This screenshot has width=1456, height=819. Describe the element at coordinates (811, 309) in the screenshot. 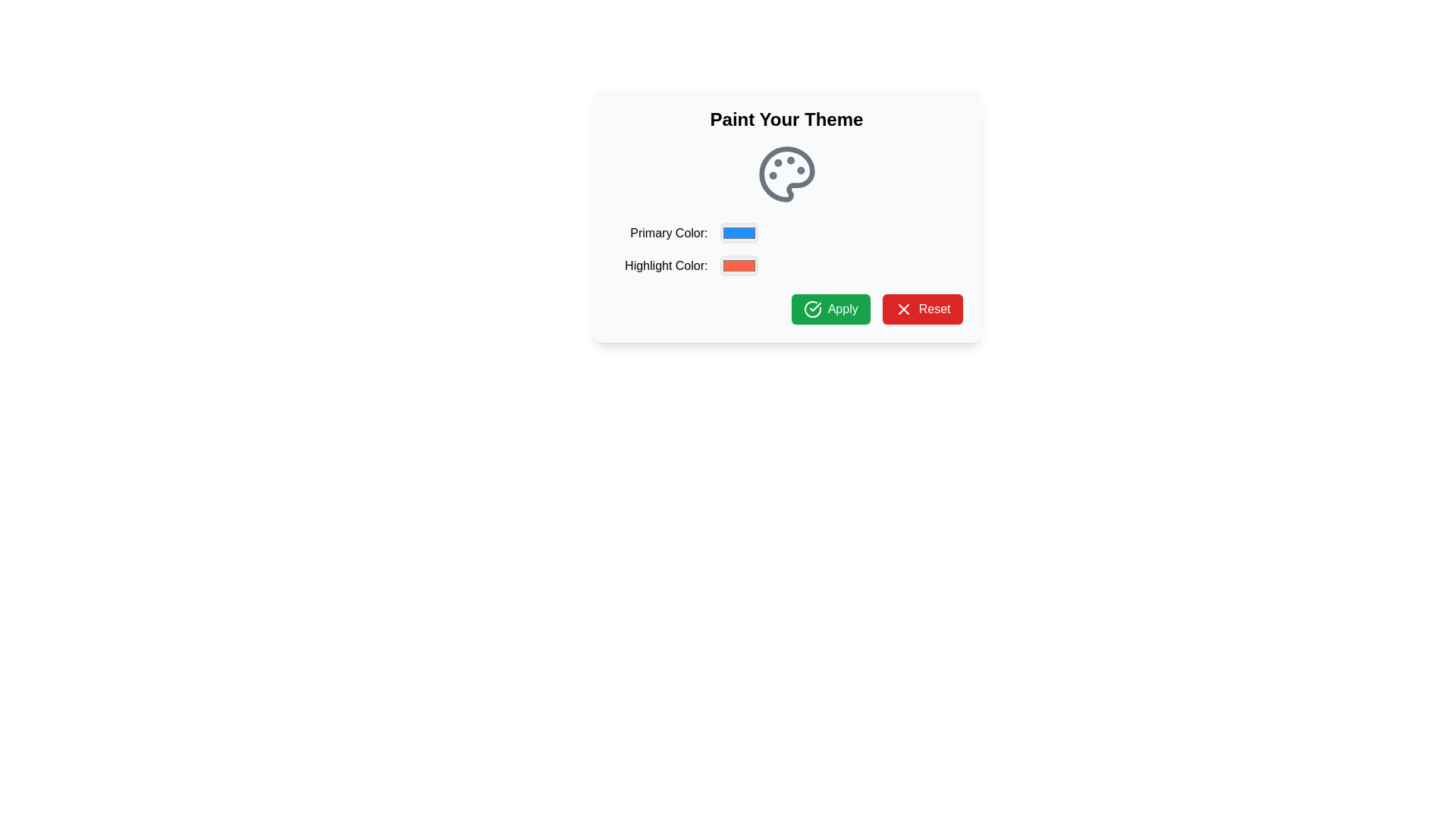

I see `the circular icon with a check mark inside, located to the left of the 'Apply' text within the green button` at that location.